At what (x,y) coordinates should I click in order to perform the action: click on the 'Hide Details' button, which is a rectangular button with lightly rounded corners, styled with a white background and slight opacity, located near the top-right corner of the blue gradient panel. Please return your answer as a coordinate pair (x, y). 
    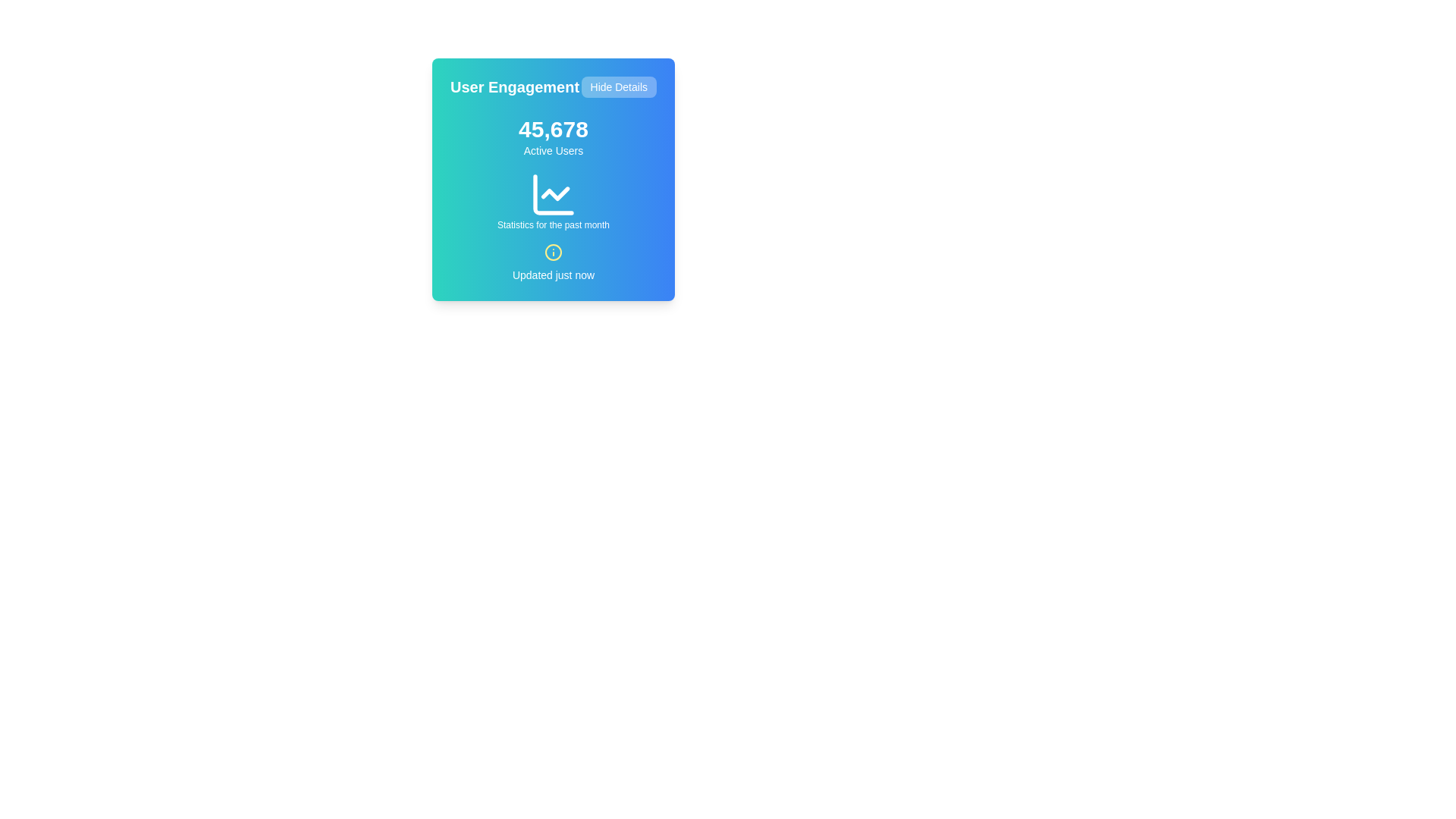
    Looking at the image, I should click on (619, 87).